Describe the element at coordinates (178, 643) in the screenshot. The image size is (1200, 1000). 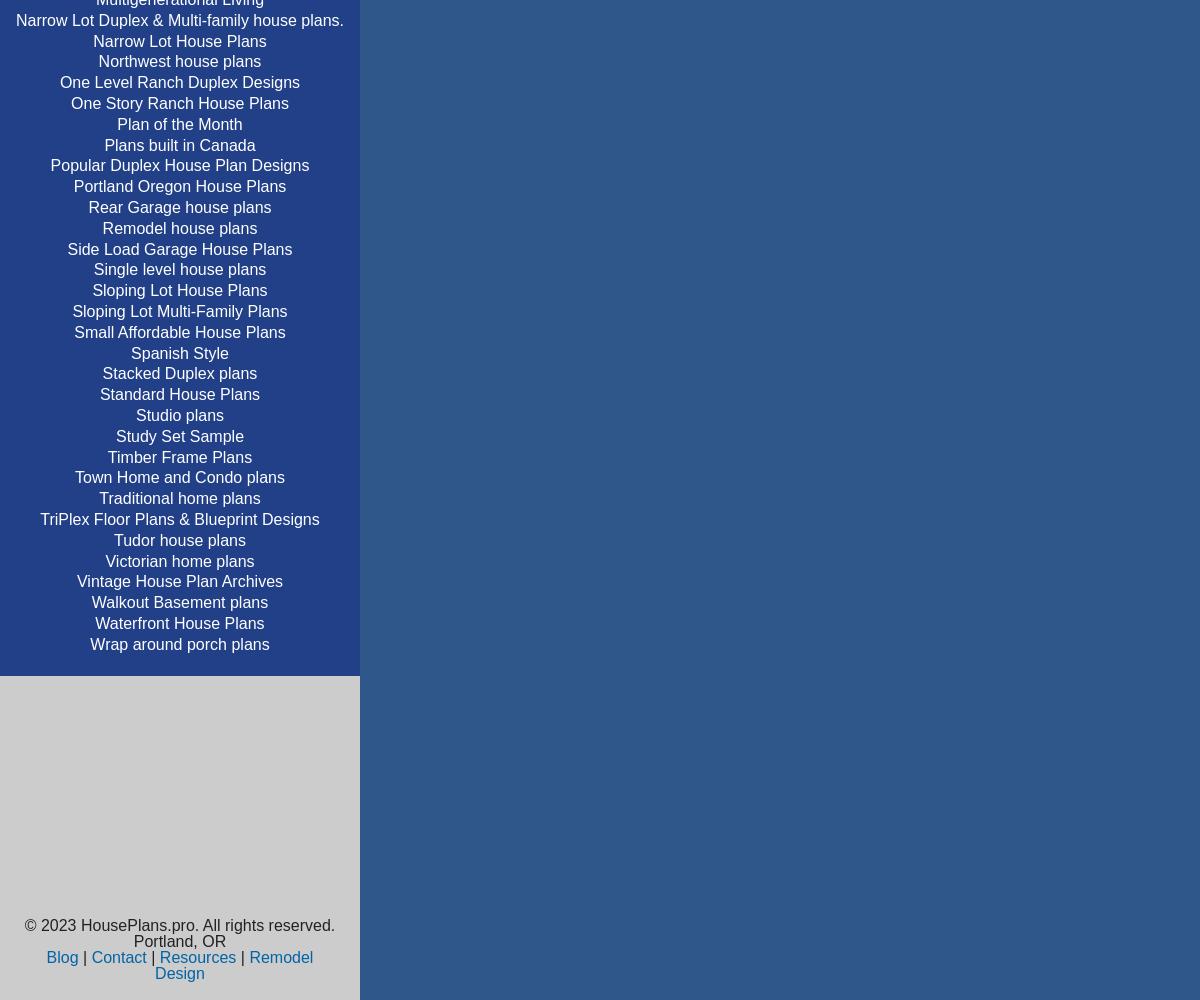
I see `'Wrap around porch plans'` at that location.